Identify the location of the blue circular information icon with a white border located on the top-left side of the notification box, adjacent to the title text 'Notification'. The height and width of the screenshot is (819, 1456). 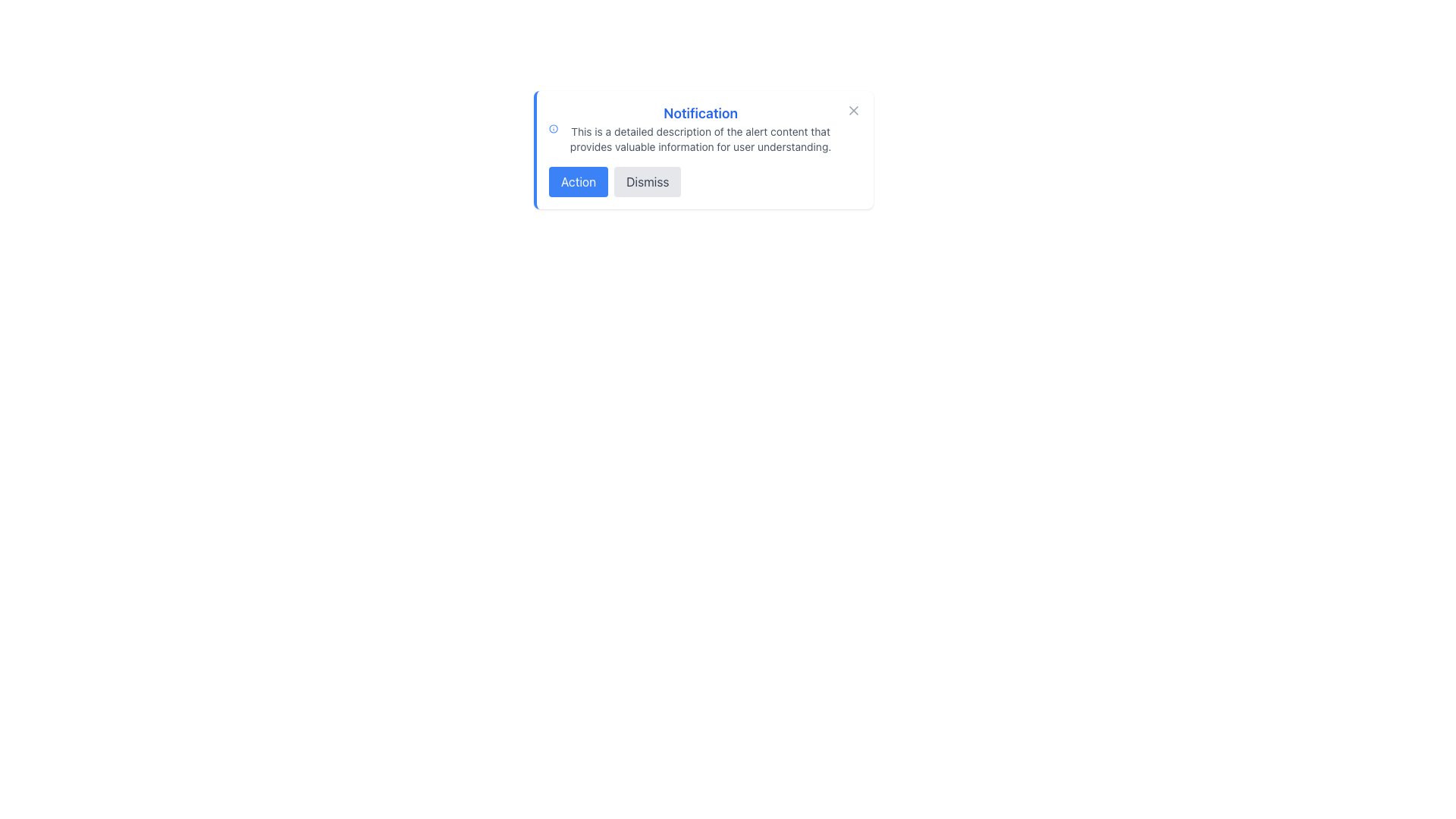
(553, 127).